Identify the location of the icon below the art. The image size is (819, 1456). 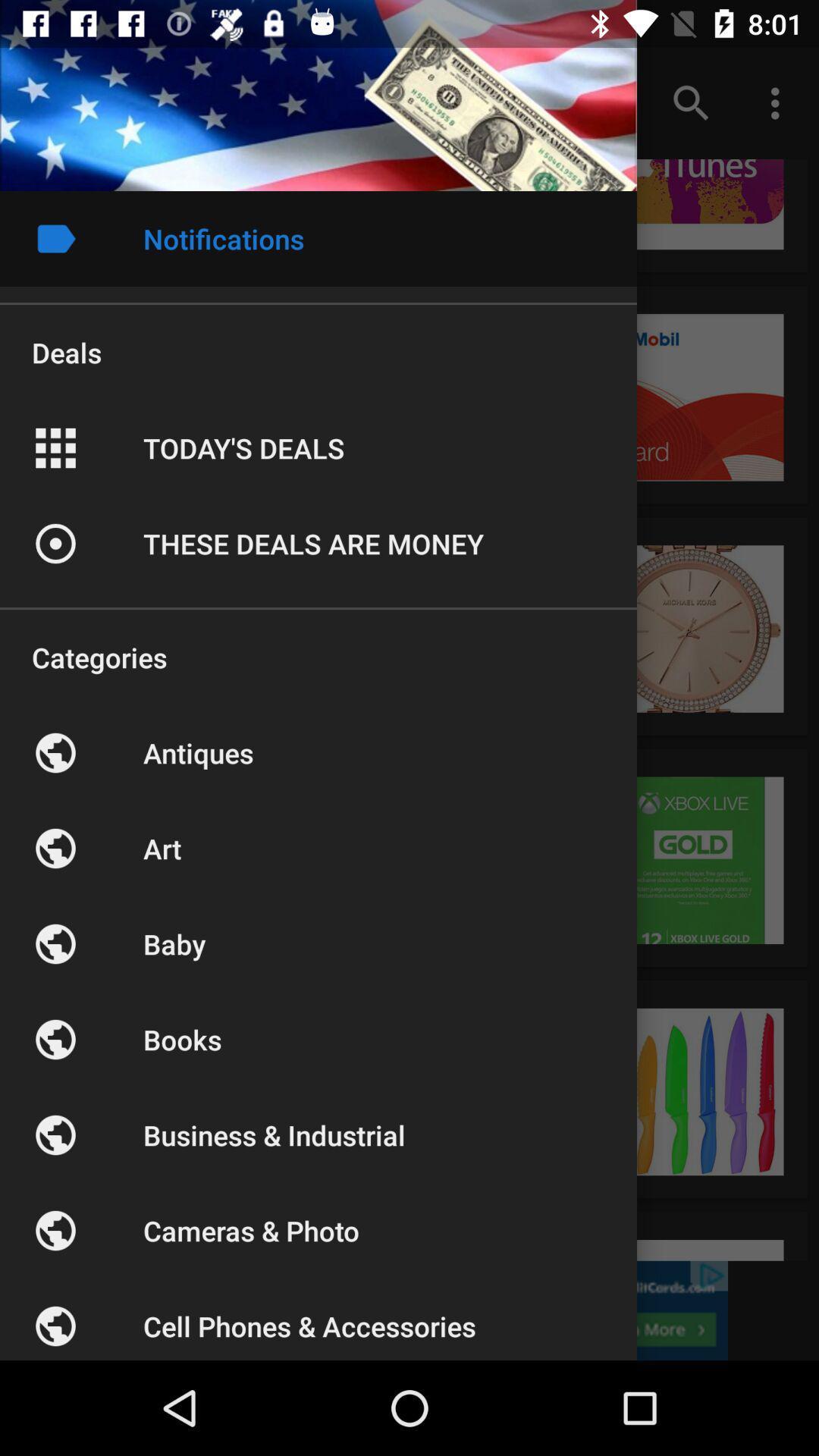
(55, 943).